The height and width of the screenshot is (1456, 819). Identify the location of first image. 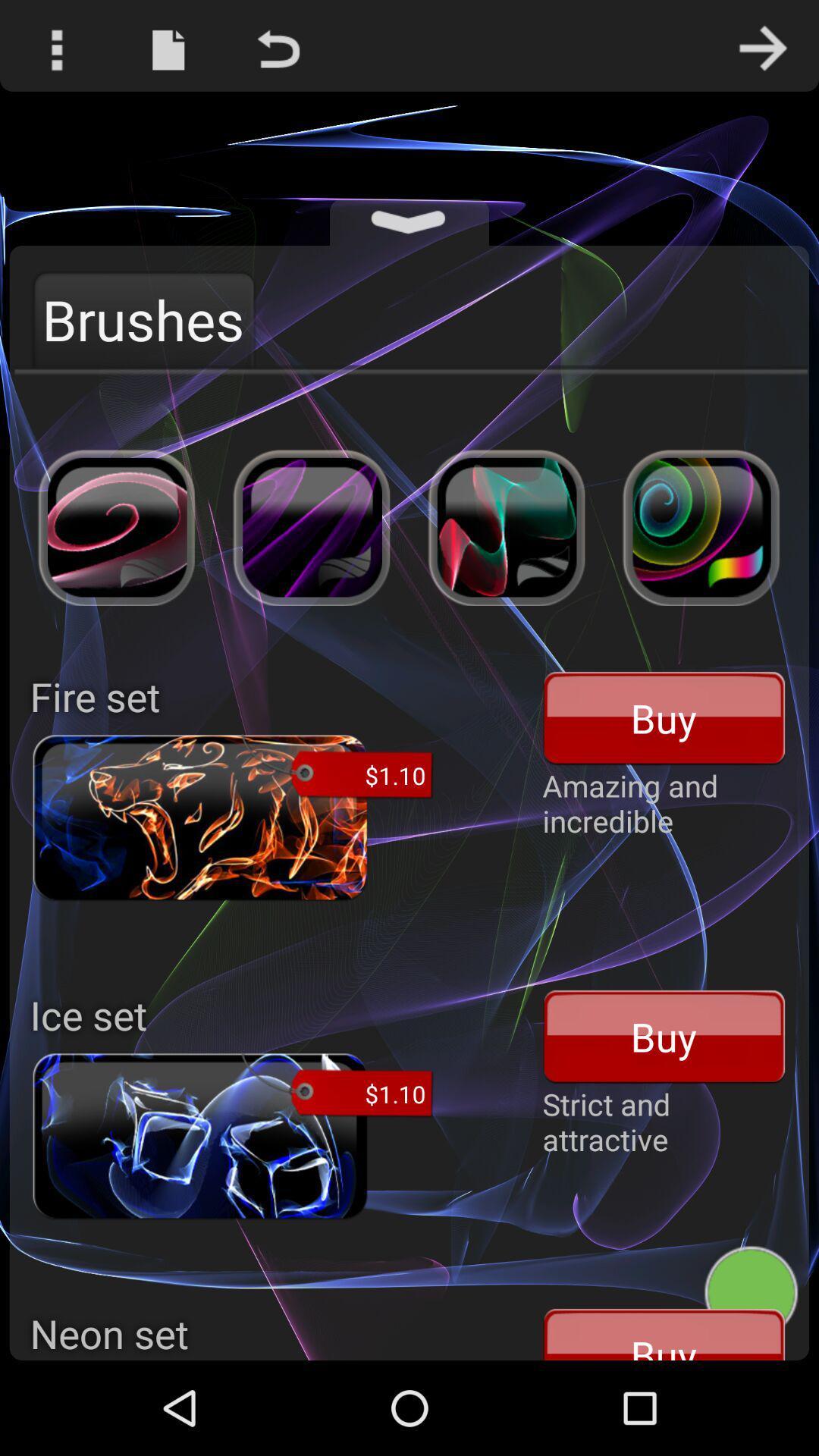
(116, 528).